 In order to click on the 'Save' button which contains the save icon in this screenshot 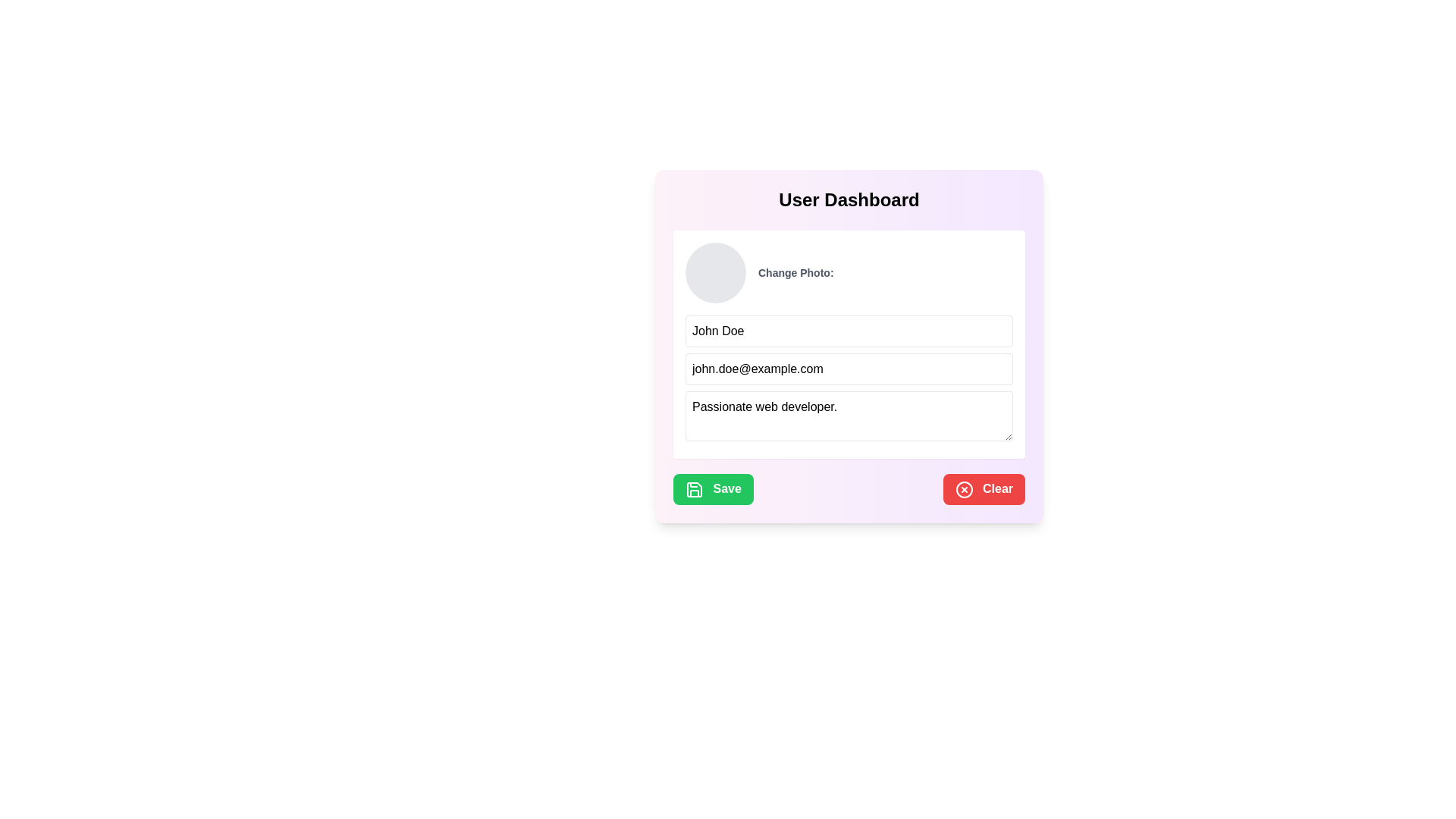, I will do `click(694, 488)`.